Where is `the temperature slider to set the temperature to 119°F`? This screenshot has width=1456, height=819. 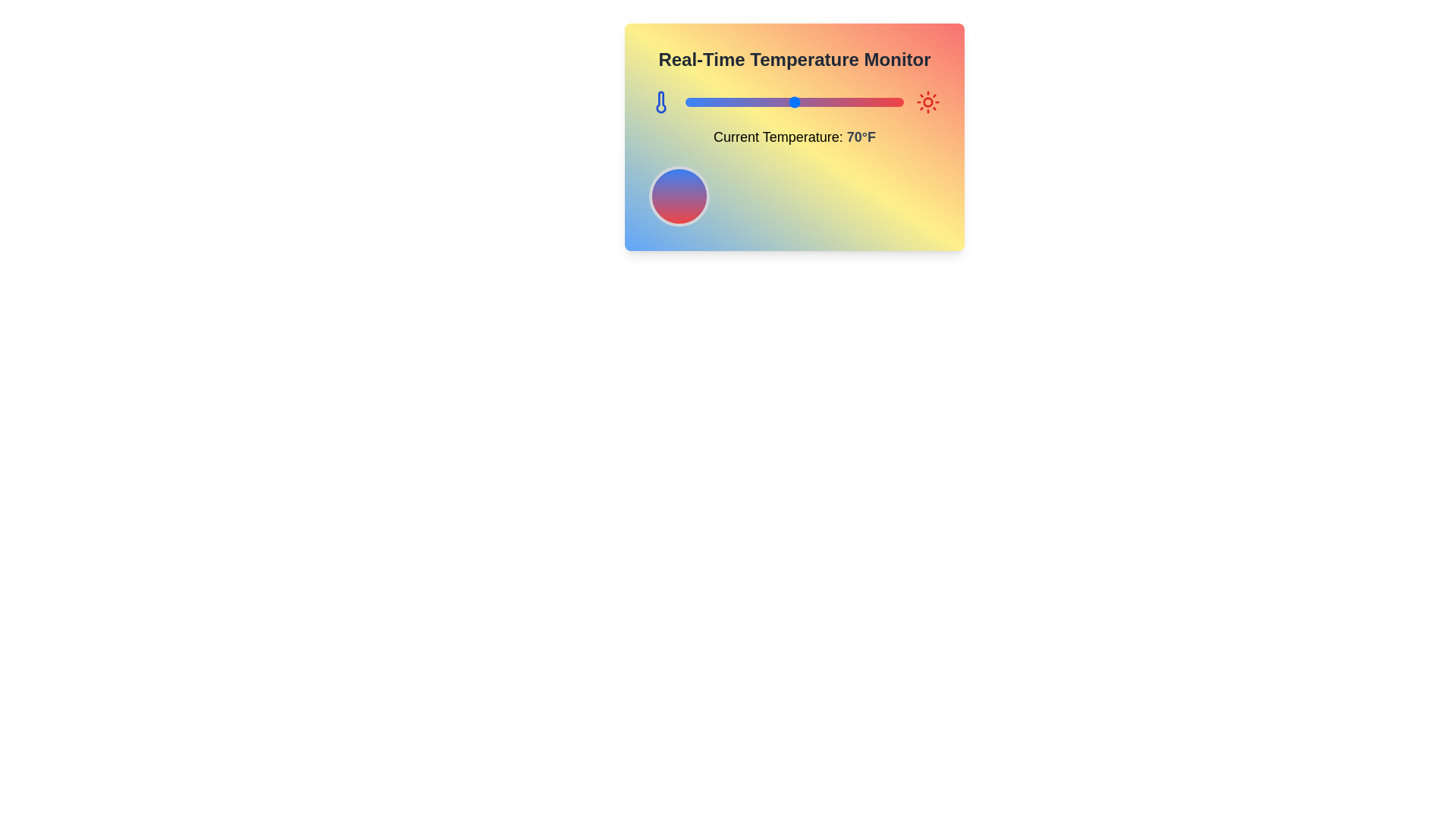
the temperature slider to set the temperature to 119°F is located at coordinates (902, 102).